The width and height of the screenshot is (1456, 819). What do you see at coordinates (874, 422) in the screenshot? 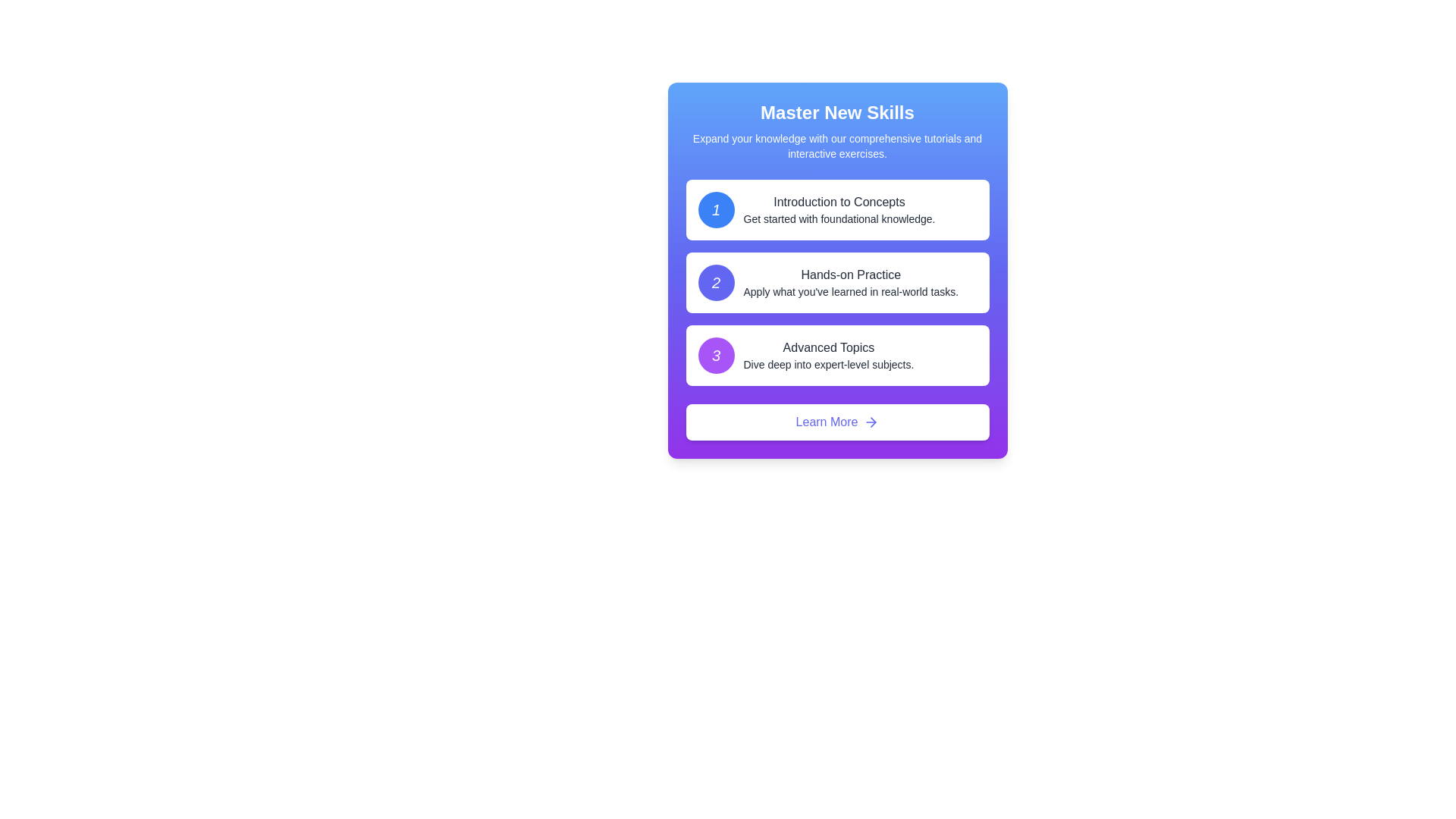
I see `the rightward-pointing arrowhead icon, which is part of the 'Learn More' button SVG graphic` at bounding box center [874, 422].